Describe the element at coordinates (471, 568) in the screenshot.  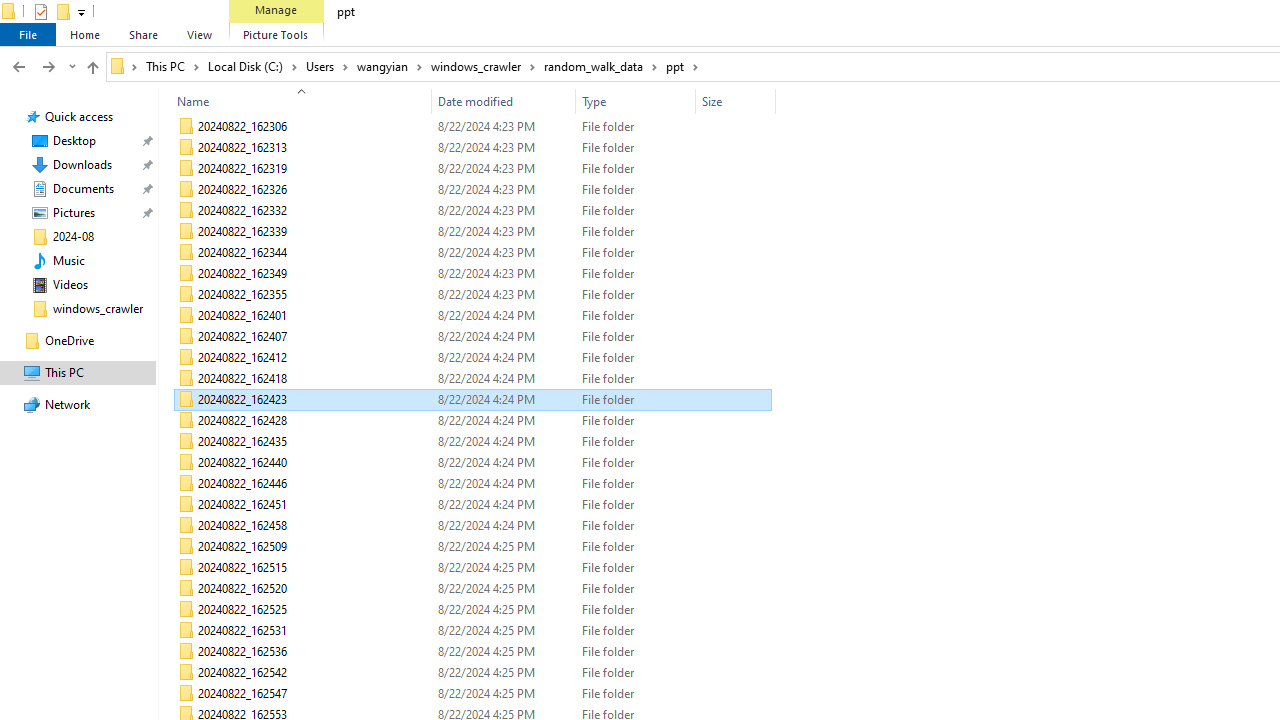
I see `'20240822_162515'` at that location.